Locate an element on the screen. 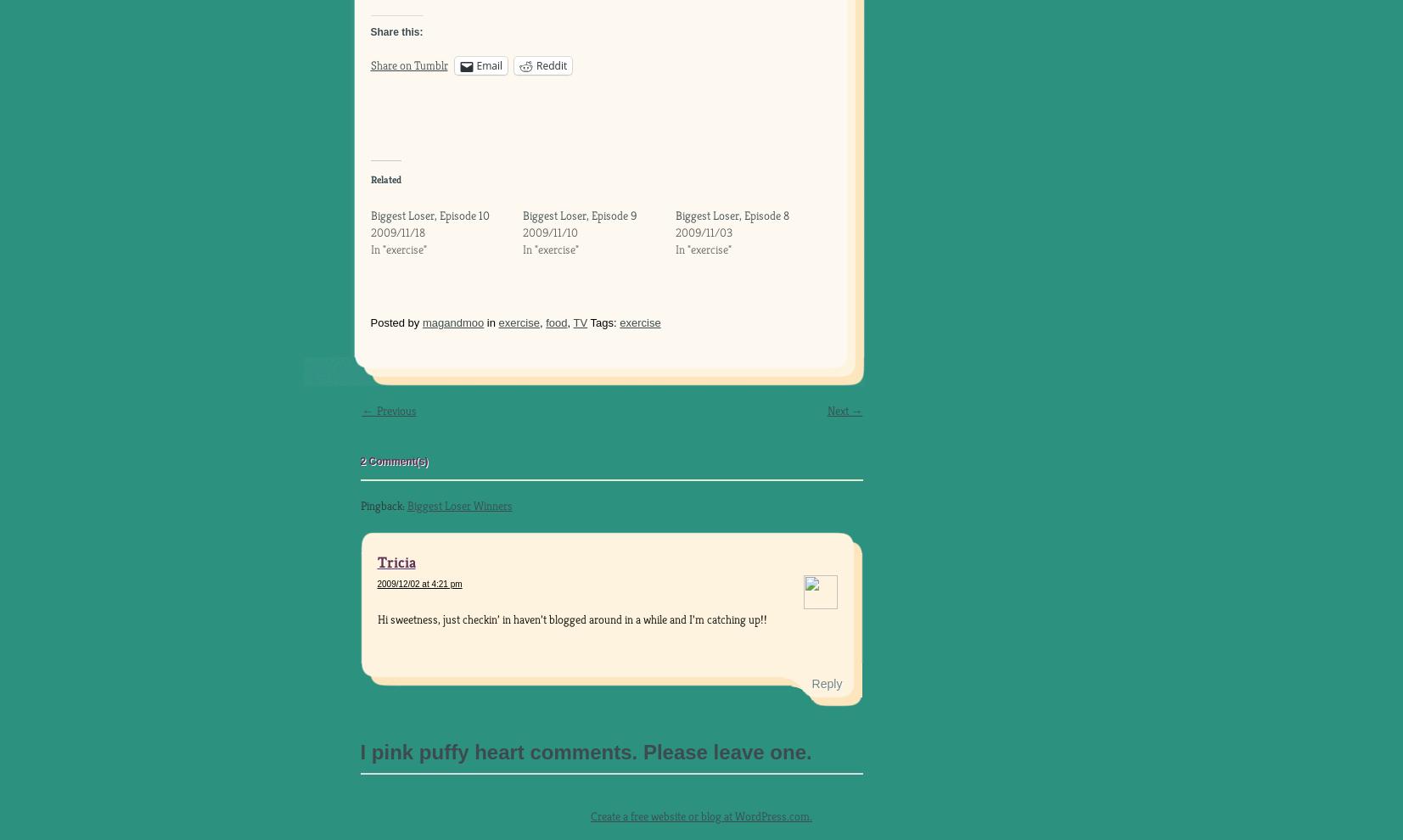  'magandmoo' is located at coordinates (452, 322).